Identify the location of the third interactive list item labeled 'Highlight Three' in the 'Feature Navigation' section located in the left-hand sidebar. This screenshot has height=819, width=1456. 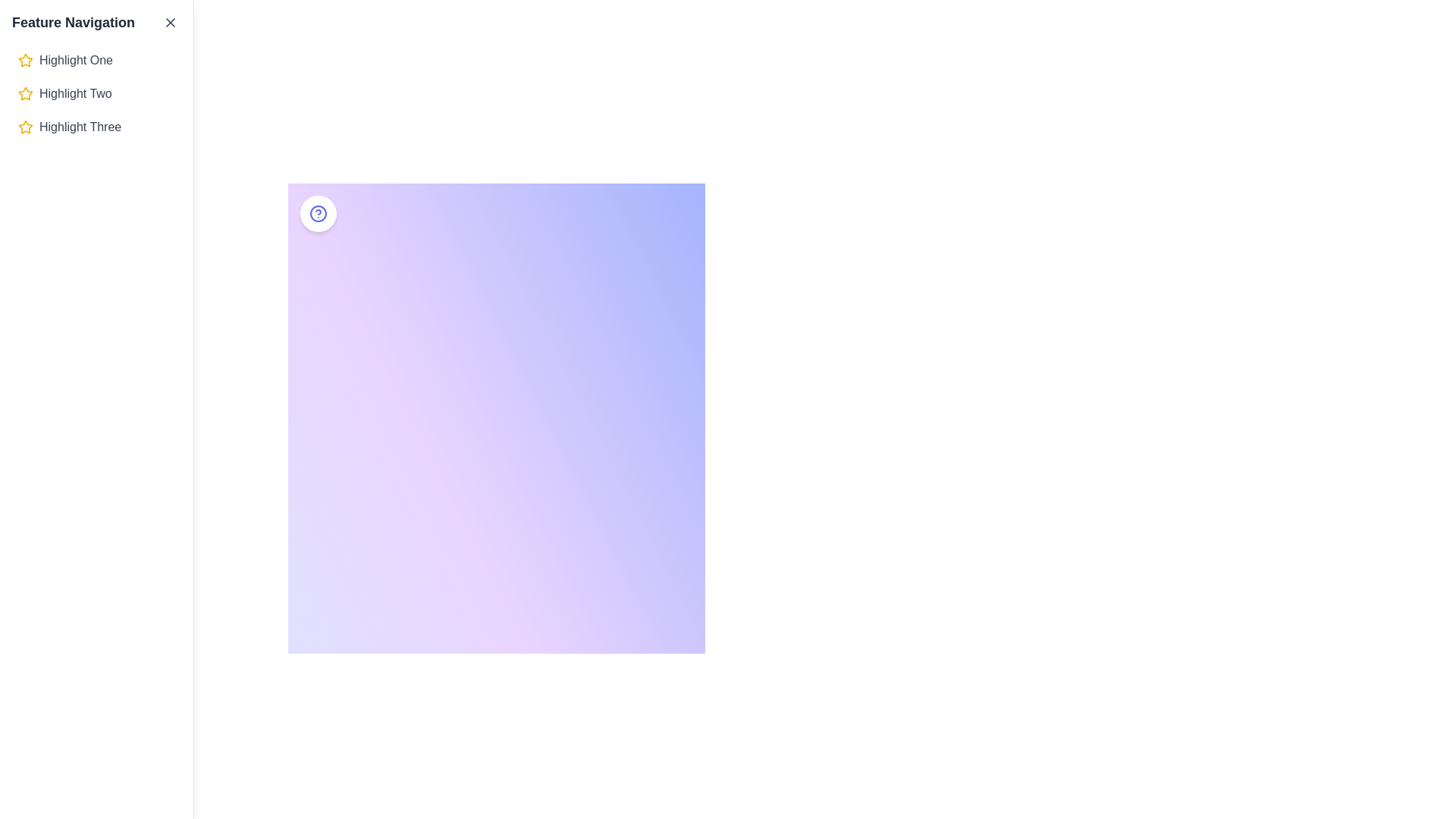
(96, 127).